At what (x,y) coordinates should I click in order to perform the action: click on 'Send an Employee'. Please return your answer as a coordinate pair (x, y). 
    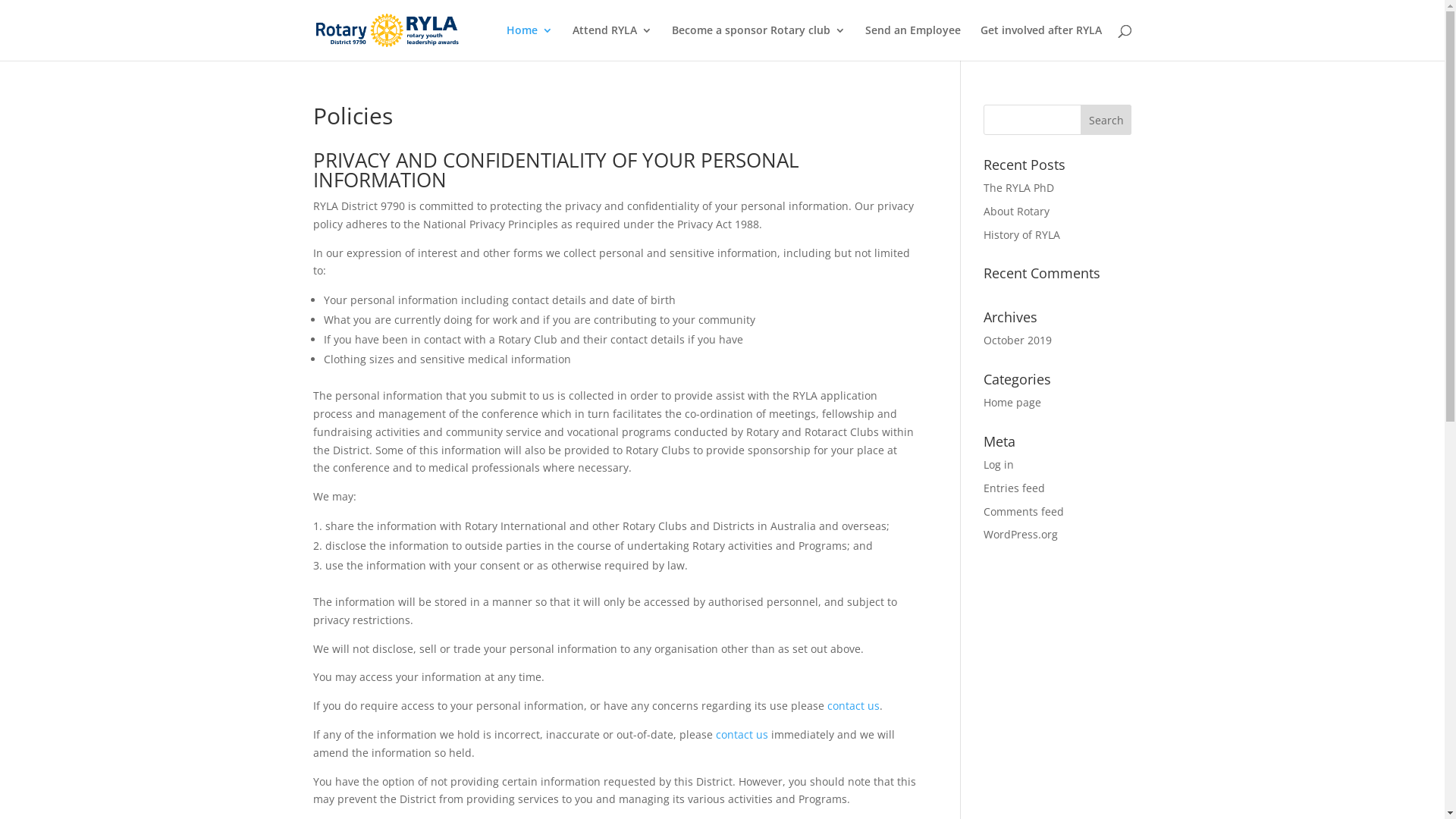
    Looking at the image, I should click on (912, 42).